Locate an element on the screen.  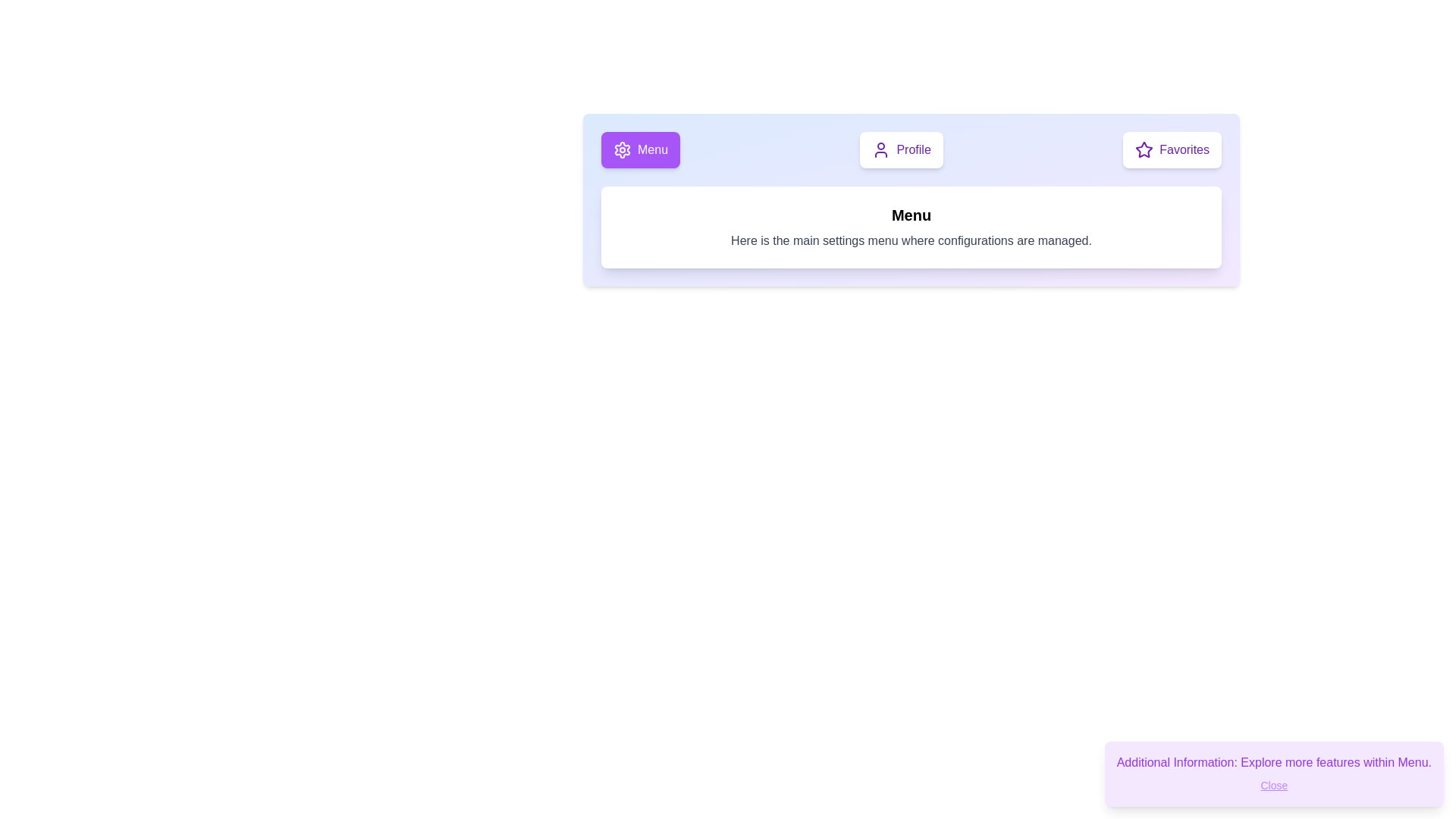
the informational box with a white background and rounded corners, titled 'Menu', located below the navigation bar is located at coordinates (910, 227).